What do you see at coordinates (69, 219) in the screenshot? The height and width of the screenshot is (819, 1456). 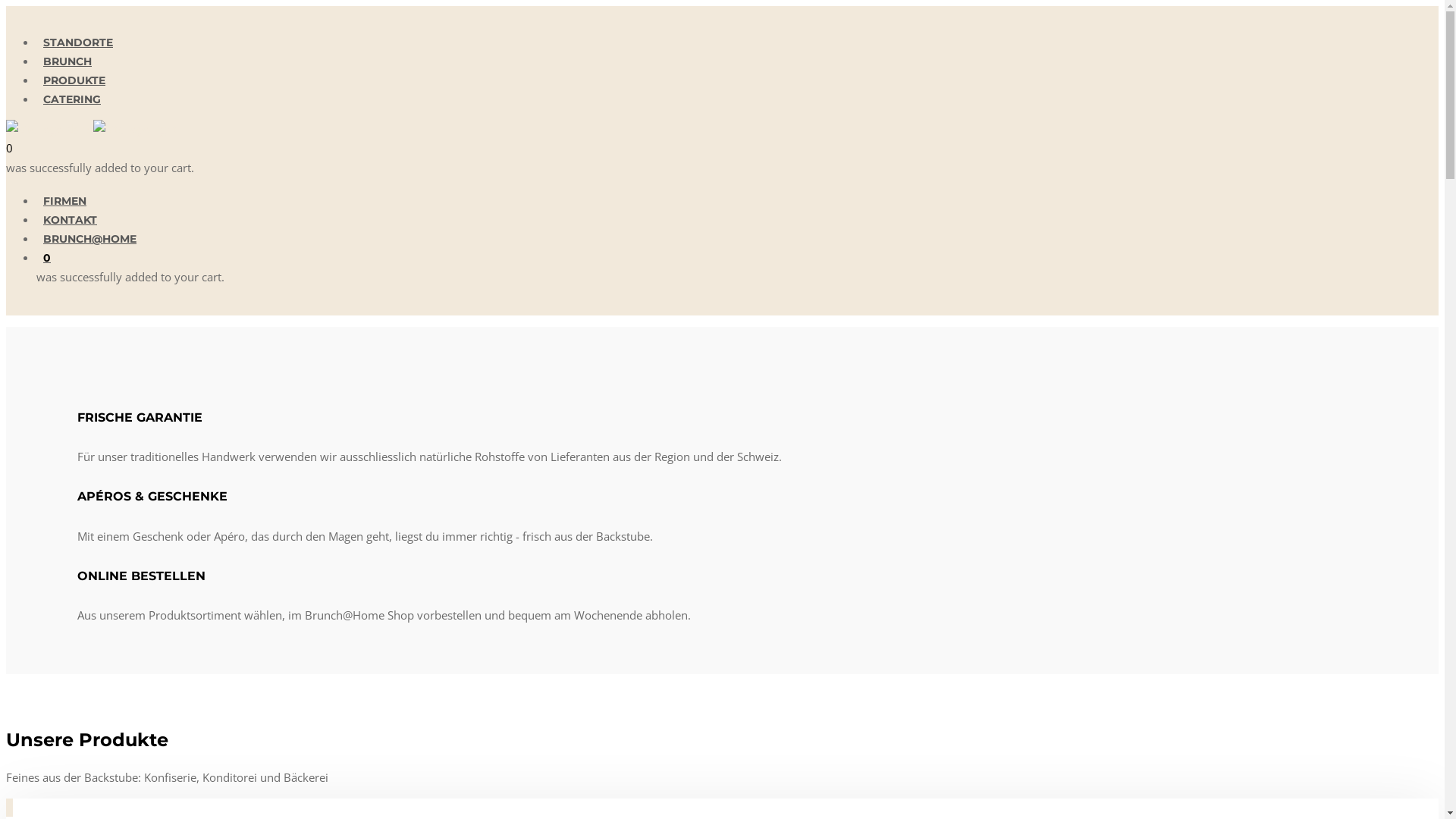 I see `'KONTAKT'` at bounding box center [69, 219].